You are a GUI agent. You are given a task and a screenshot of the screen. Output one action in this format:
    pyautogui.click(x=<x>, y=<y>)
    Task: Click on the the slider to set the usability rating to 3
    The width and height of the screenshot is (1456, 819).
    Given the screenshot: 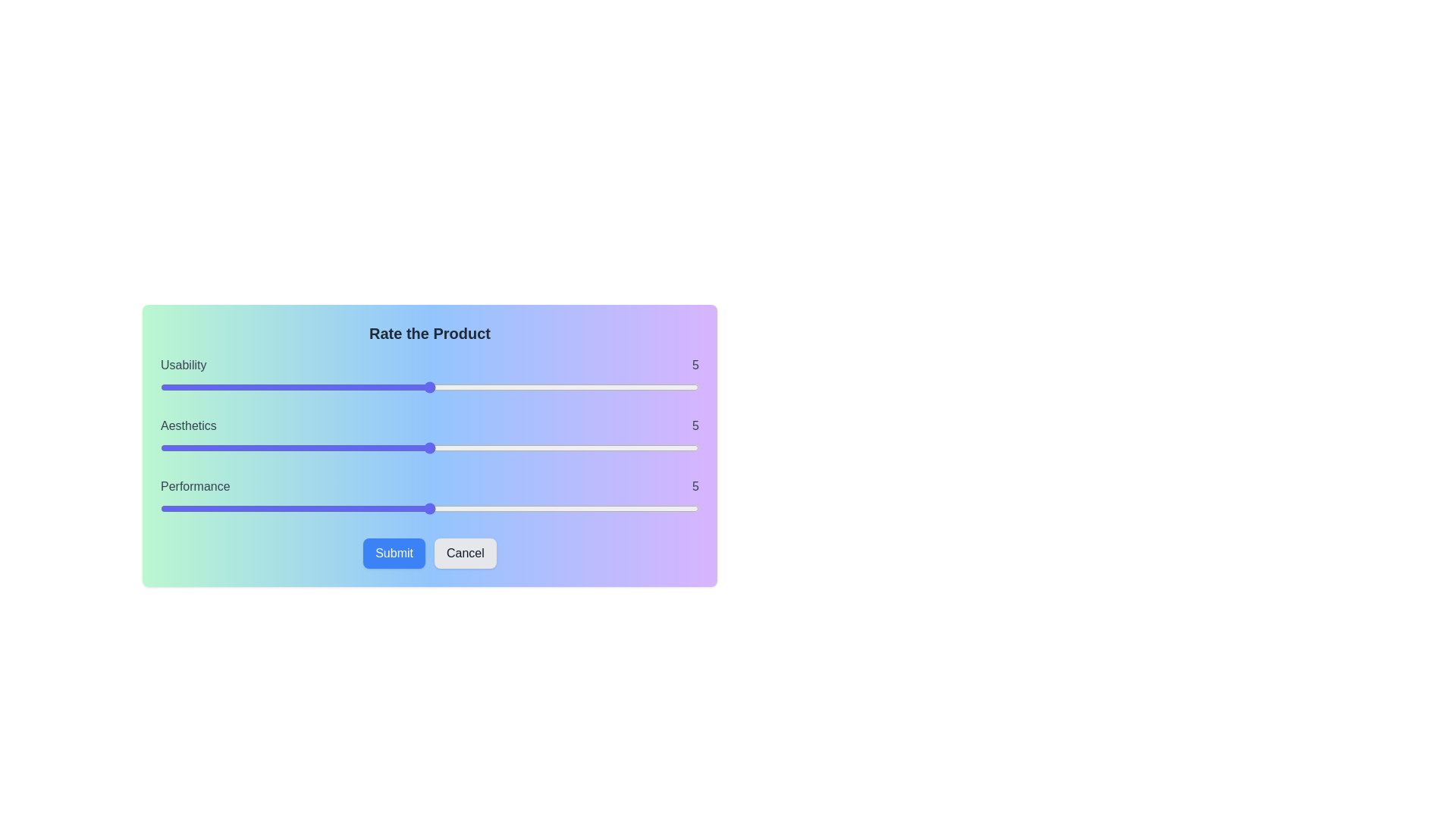 What is the action you would take?
    pyautogui.click(x=322, y=386)
    